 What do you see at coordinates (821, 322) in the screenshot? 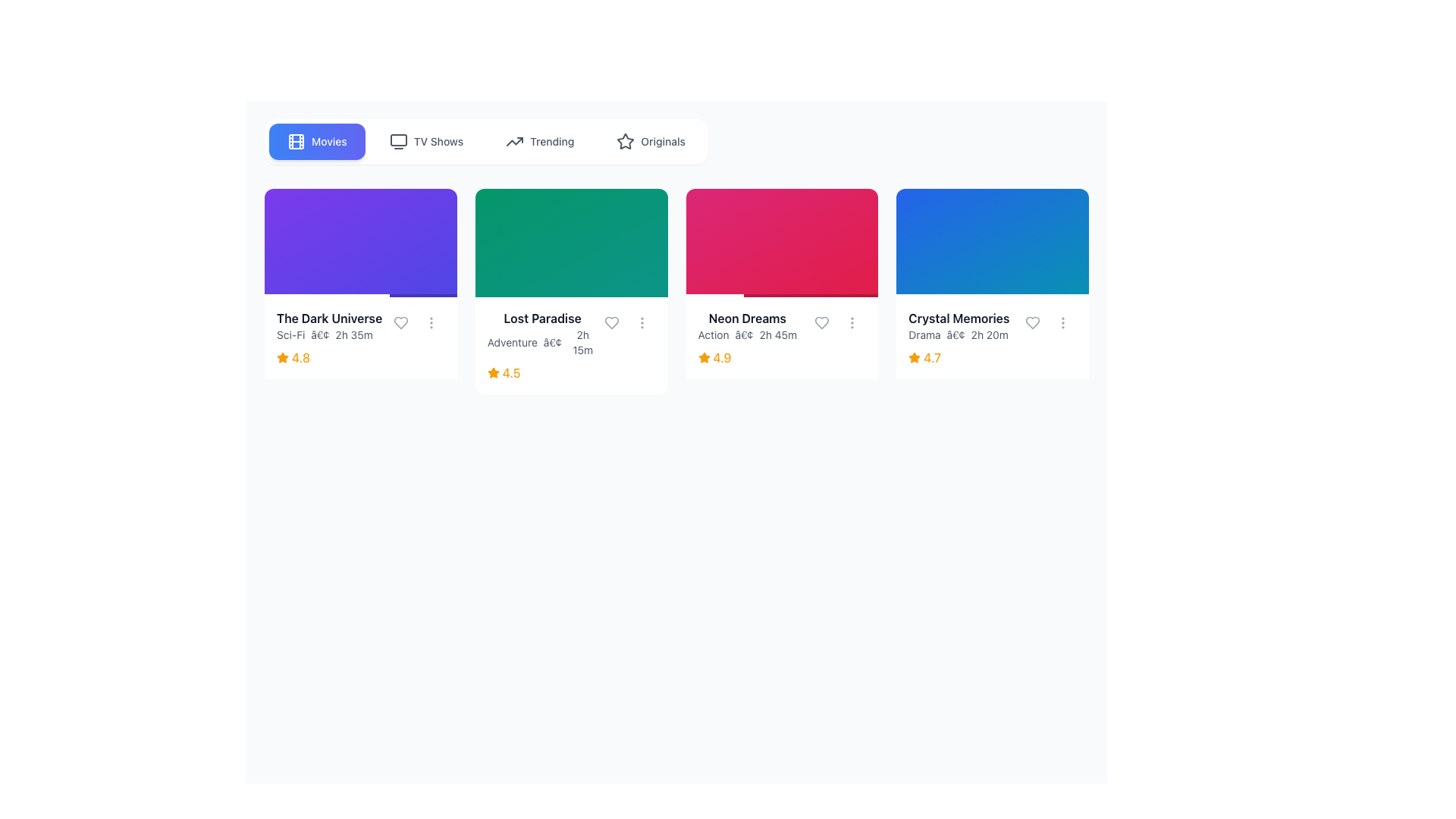
I see `the heart icon button located in the top-right corner of the 'Neon Dreams' card` at bounding box center [821, 322].